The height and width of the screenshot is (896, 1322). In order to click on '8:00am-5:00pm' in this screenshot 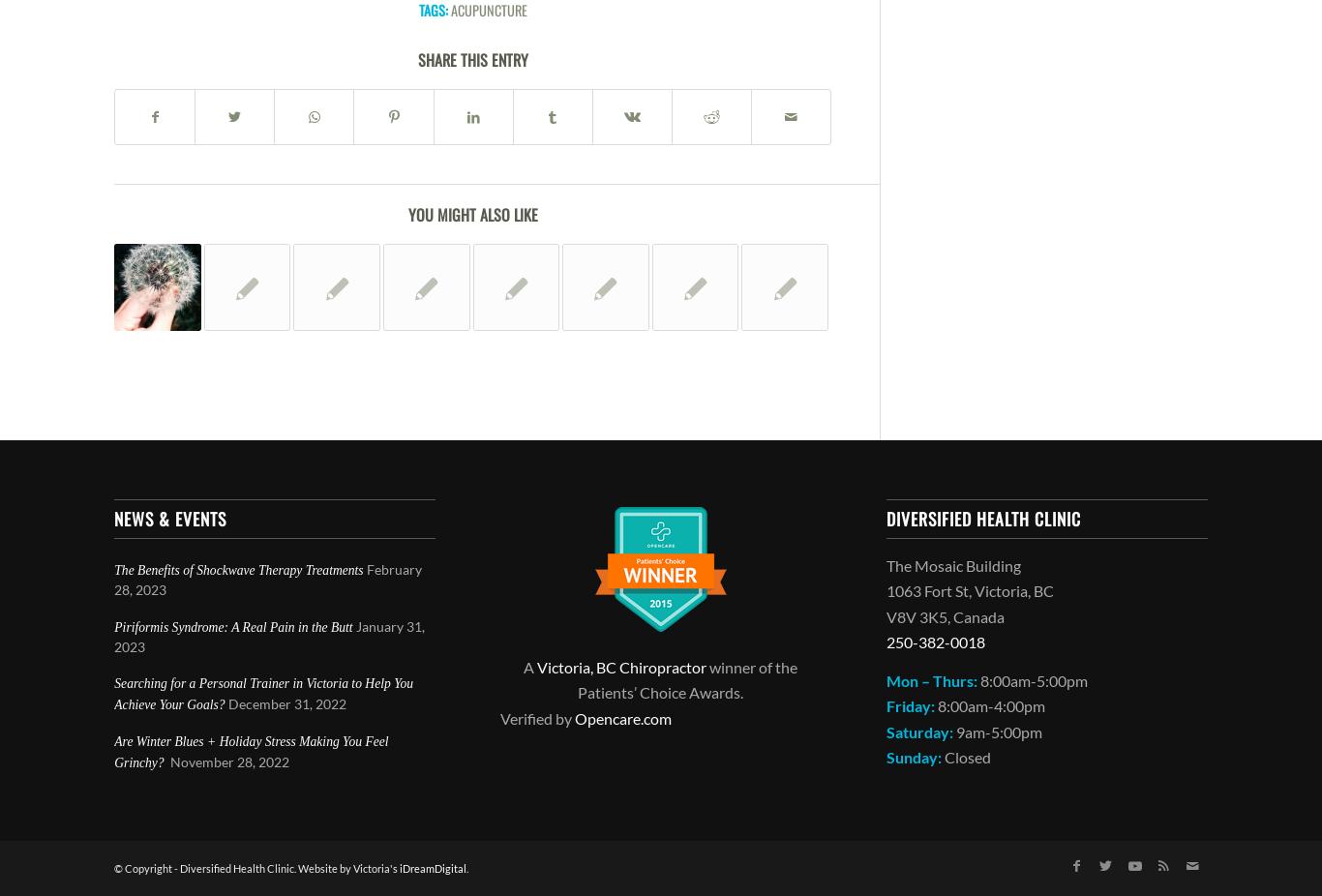, I will do `click(1031, 680)`.